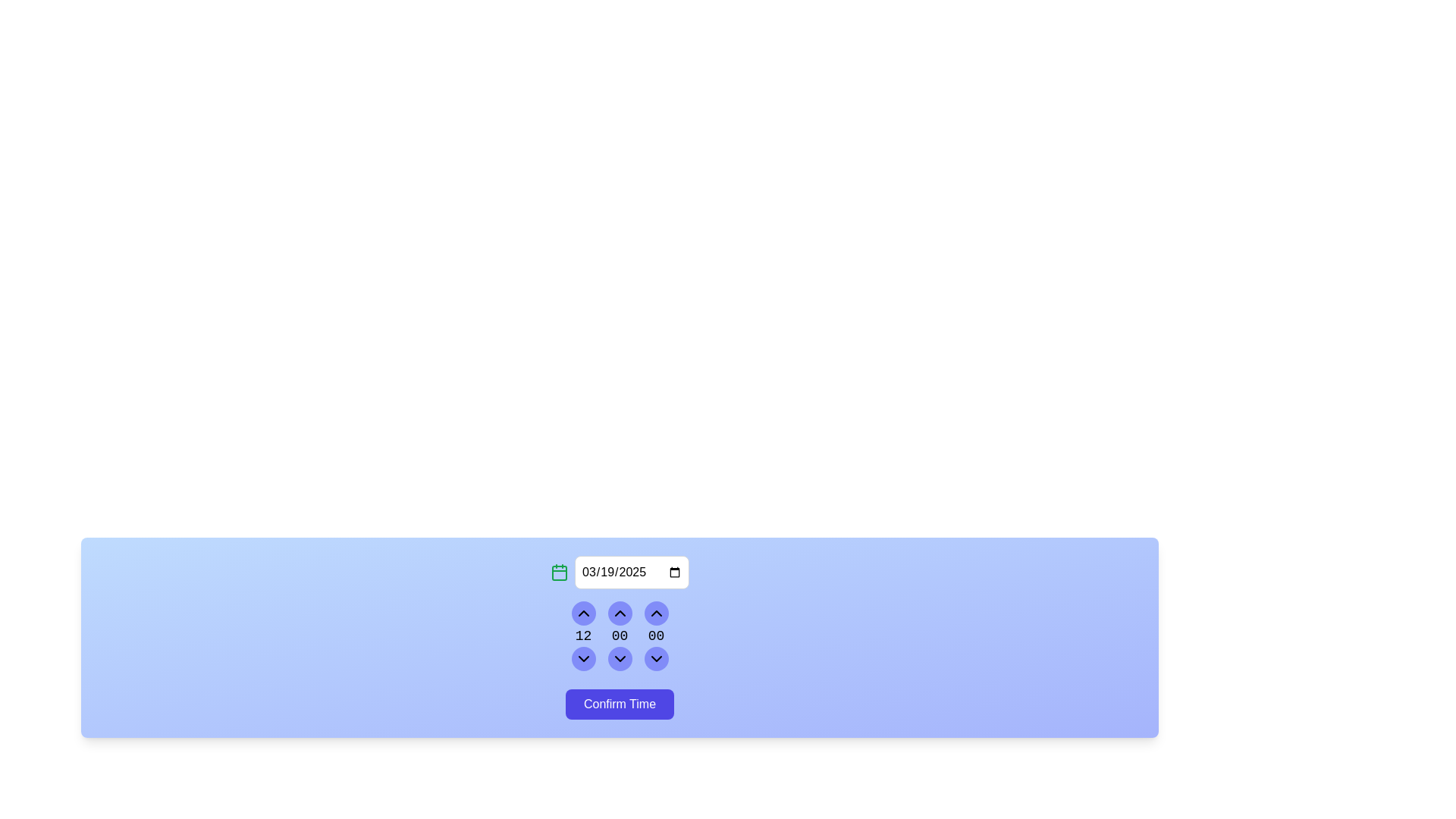 The image size is (1456, 819). I want to click on the circular button with a light indigo background and an upward arrow icon to increment the counter below it, so click(620, 613).